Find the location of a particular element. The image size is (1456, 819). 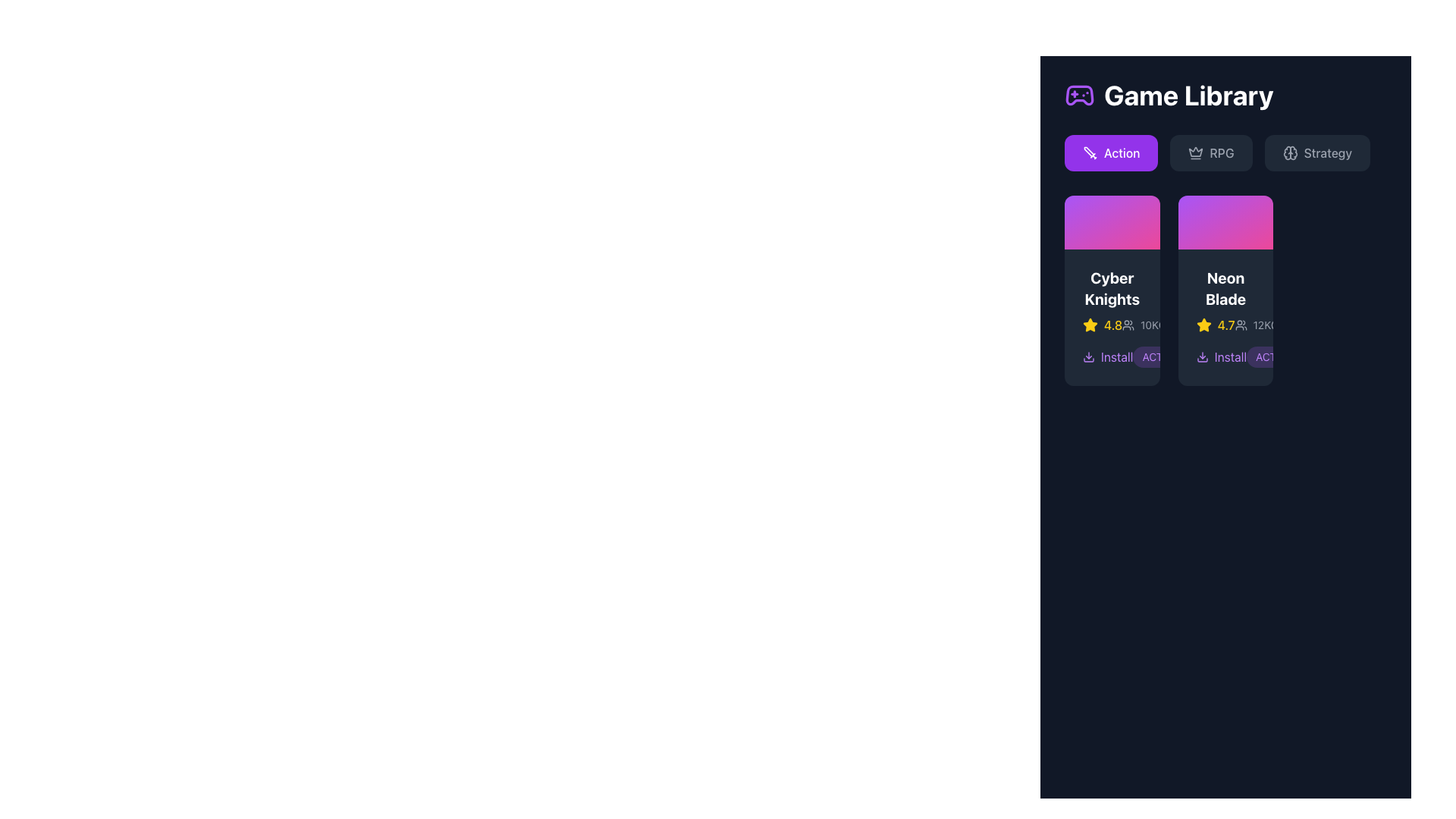

the 'Install' button located beneath the title 'Neon Blade' in the right column of the 'Game Library' section to initiate installation is located at coordinates (1221, 356).